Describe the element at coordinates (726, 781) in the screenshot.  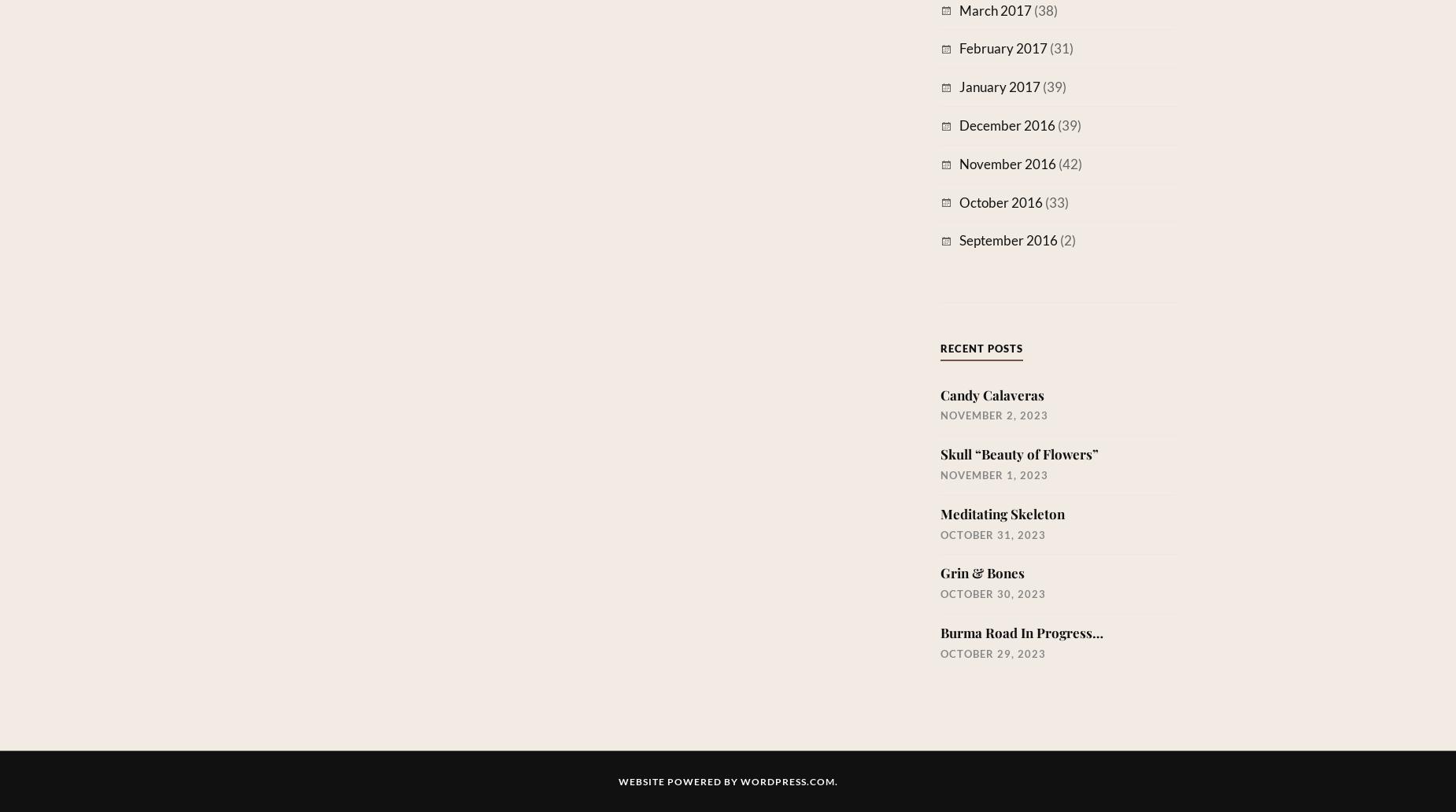
I see `'Website Powered by WordPress.com'` at that location.